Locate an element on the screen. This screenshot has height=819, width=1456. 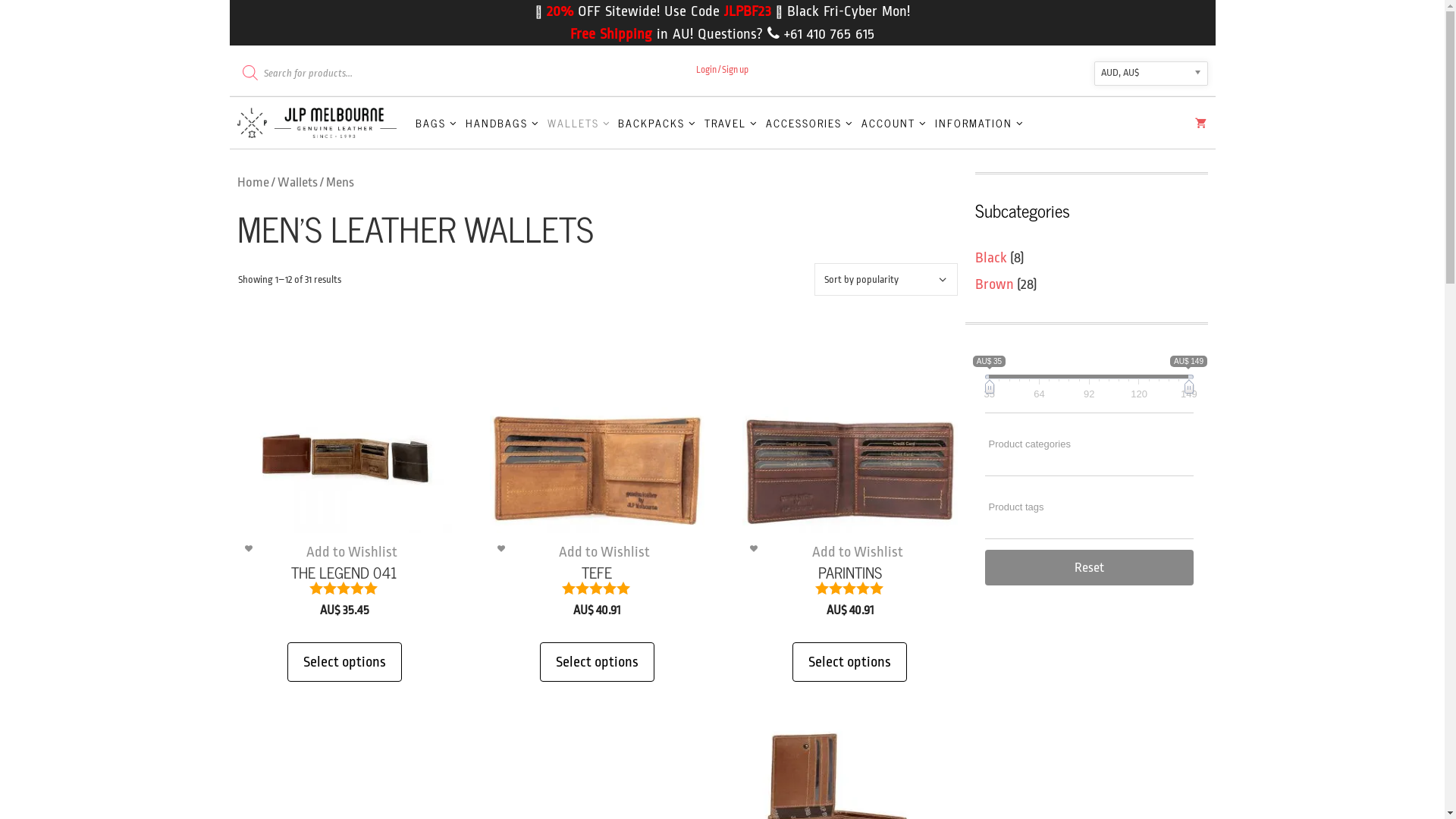
'BACKPACKS' is located at coordinates (614, 122).